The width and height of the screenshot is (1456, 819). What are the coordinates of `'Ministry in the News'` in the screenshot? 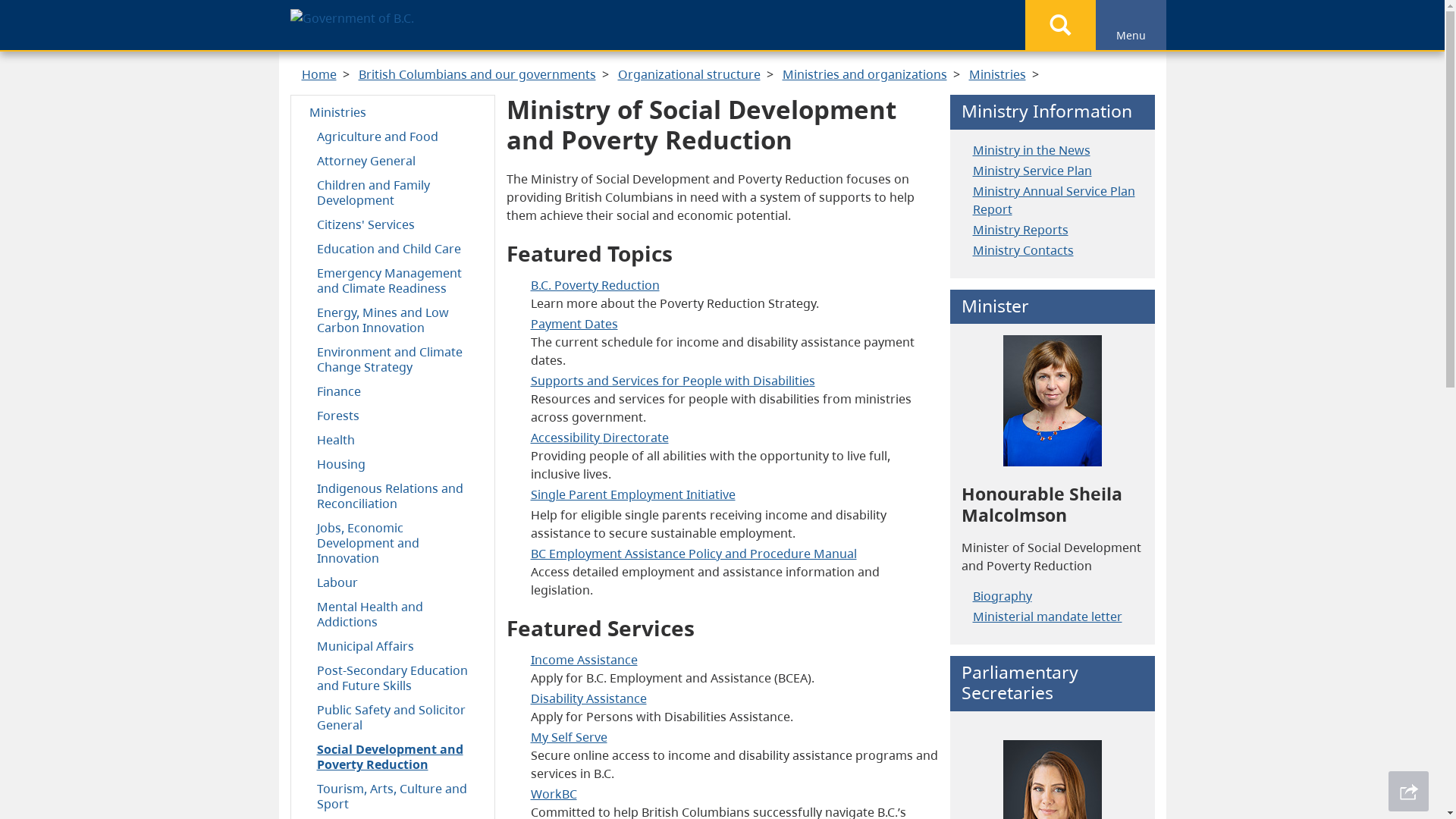 It's located at (1031, 149).